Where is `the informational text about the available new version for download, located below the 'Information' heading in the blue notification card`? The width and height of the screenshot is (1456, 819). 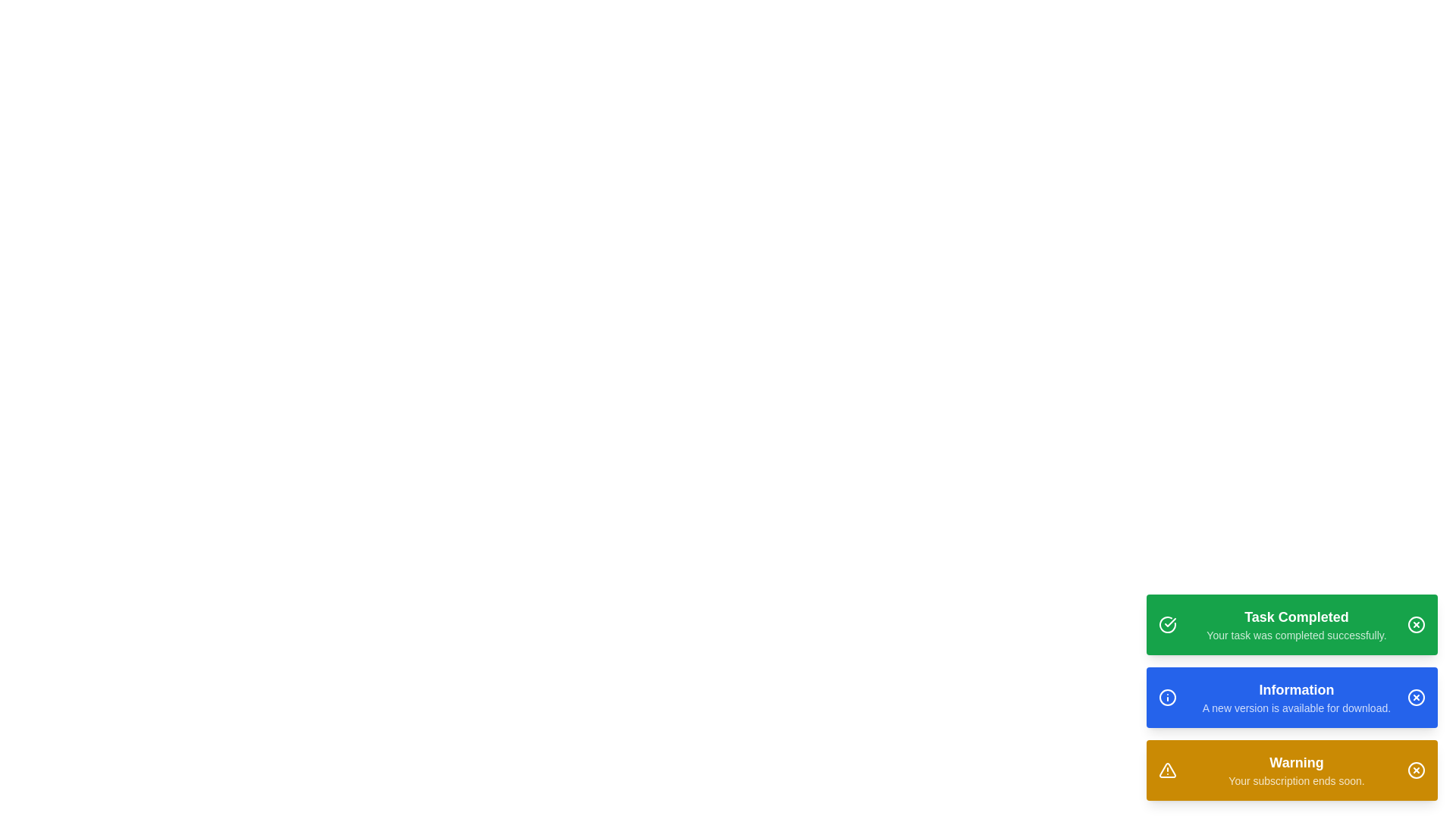 the informational text about the available new version for download, located below the 'Information' heading in the blue notification card is located at coordinates (1295, 708).